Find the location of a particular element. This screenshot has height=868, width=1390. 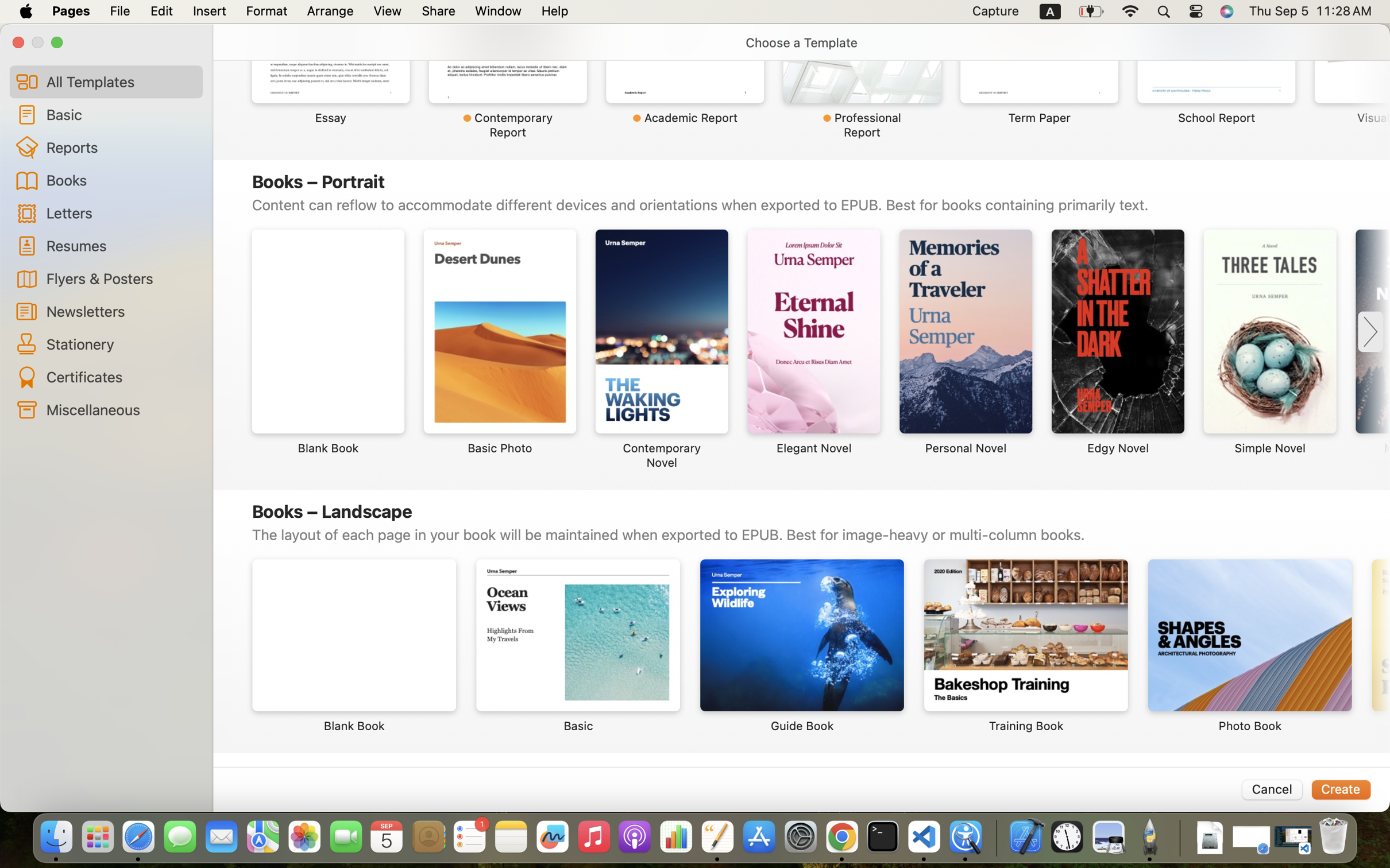

'Letters' is located at coordinates (119, 212).